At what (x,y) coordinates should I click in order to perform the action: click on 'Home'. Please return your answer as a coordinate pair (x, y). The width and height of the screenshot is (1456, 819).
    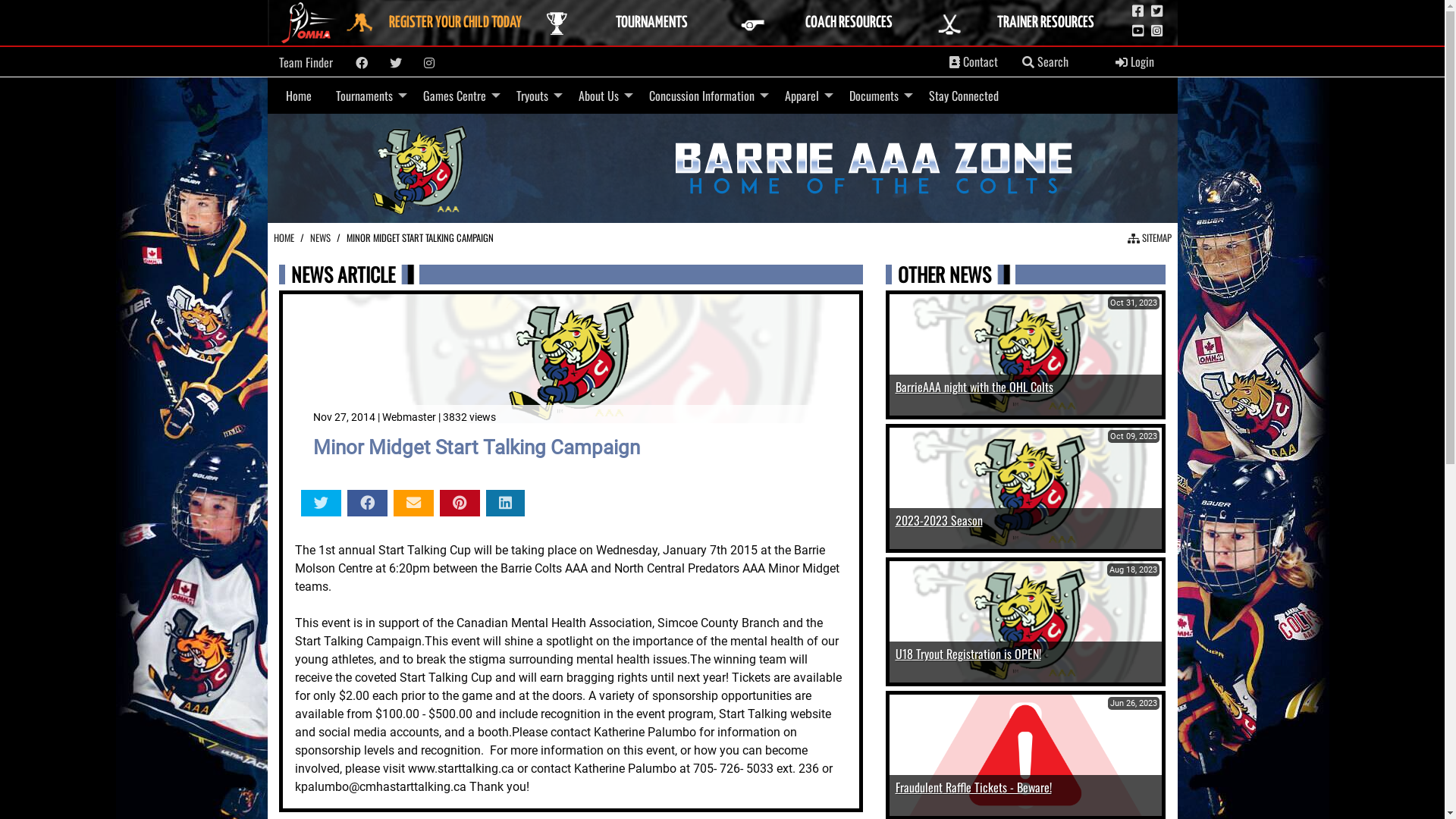
    Looking at the image, I should click on (298, 96).